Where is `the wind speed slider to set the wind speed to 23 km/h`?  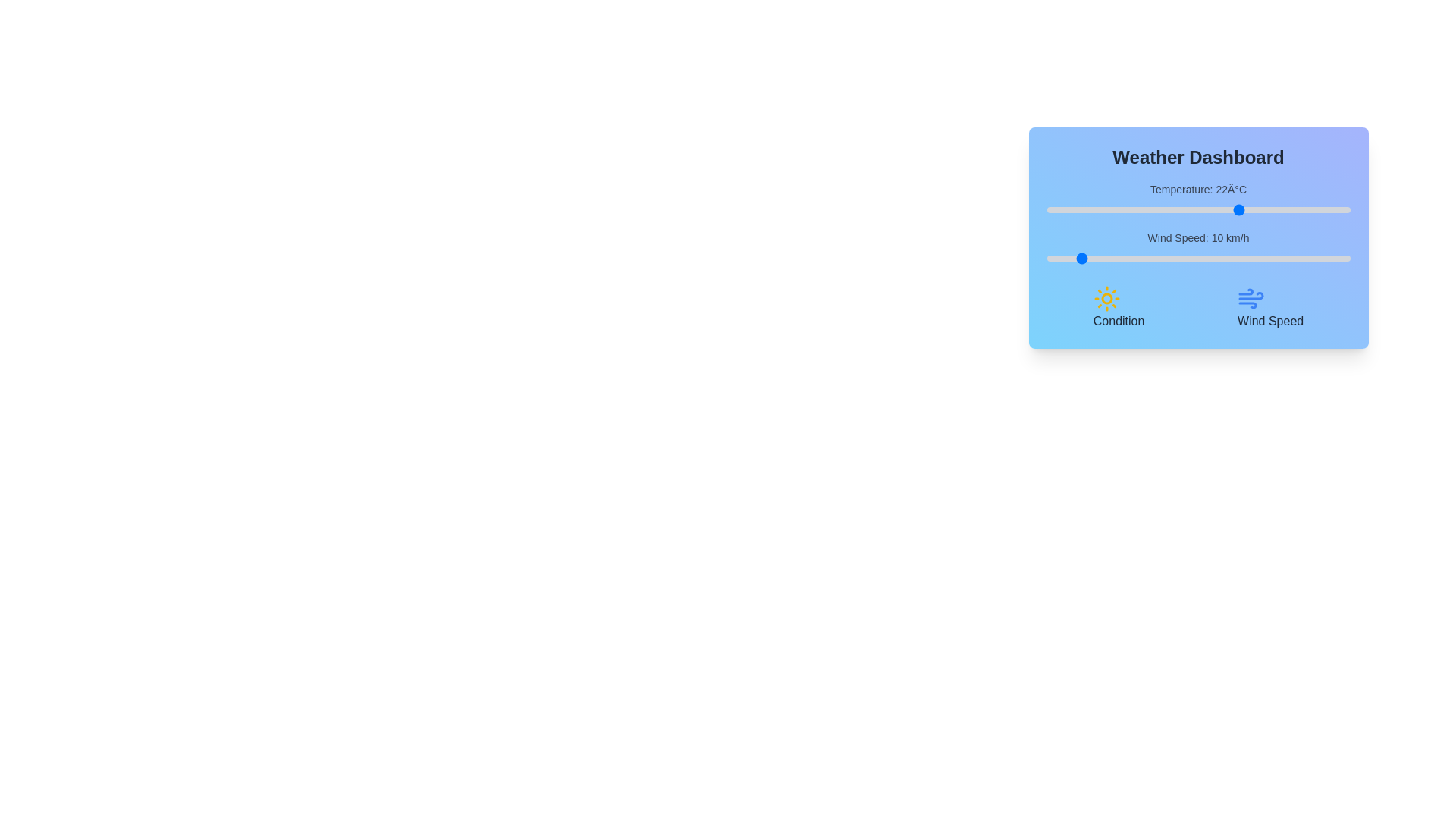 the wind speed slider to set the wind speed to 23 km/h is located at coordinates (1116, 257).